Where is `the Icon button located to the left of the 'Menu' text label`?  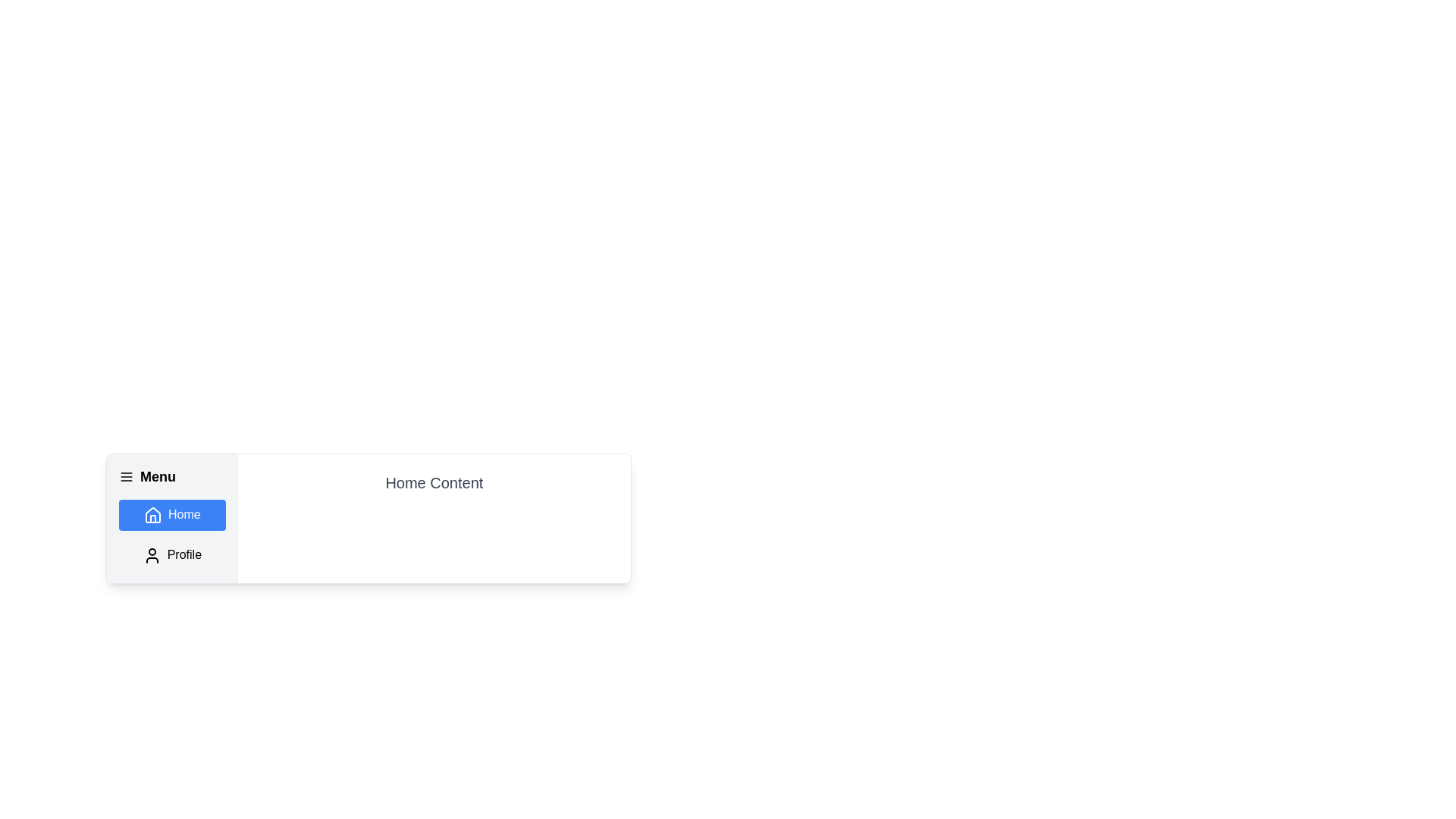
the Icon button located to the left of the 'Menu' text label is located at coordinates (127, 475).